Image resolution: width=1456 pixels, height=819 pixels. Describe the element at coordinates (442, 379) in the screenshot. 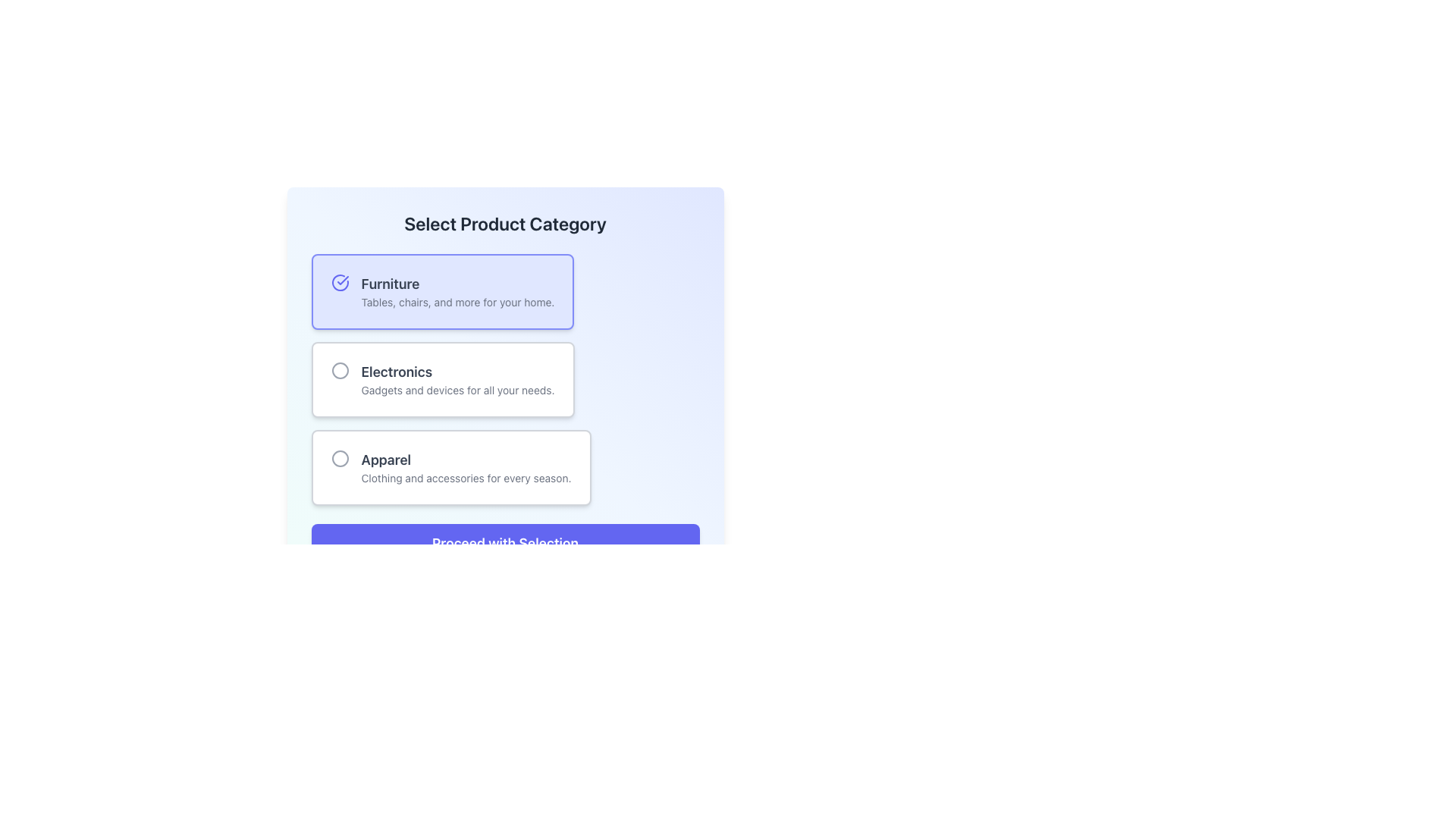

I see `the 'Electronics' button with rounded corners and a white background, which is located under the 'Select Product Category' header` at that location.